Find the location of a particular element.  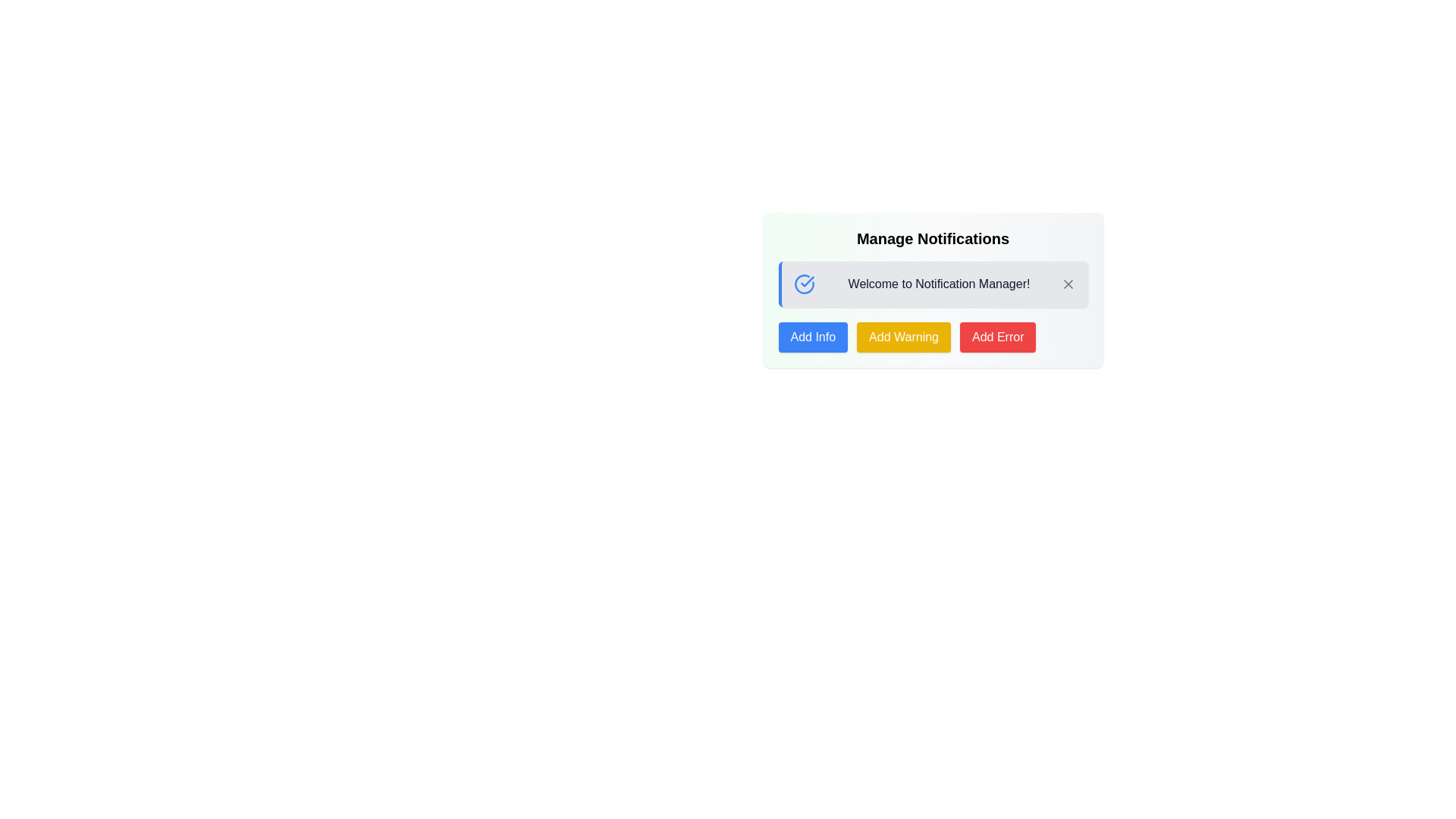

the Close icon (styled as a minimalist 'X') located at the top-right corner of the notification box below 'Manage Notifications' and adjacent to 'Welcome to Notification Manager!' is located at coordinates (1067, 284).